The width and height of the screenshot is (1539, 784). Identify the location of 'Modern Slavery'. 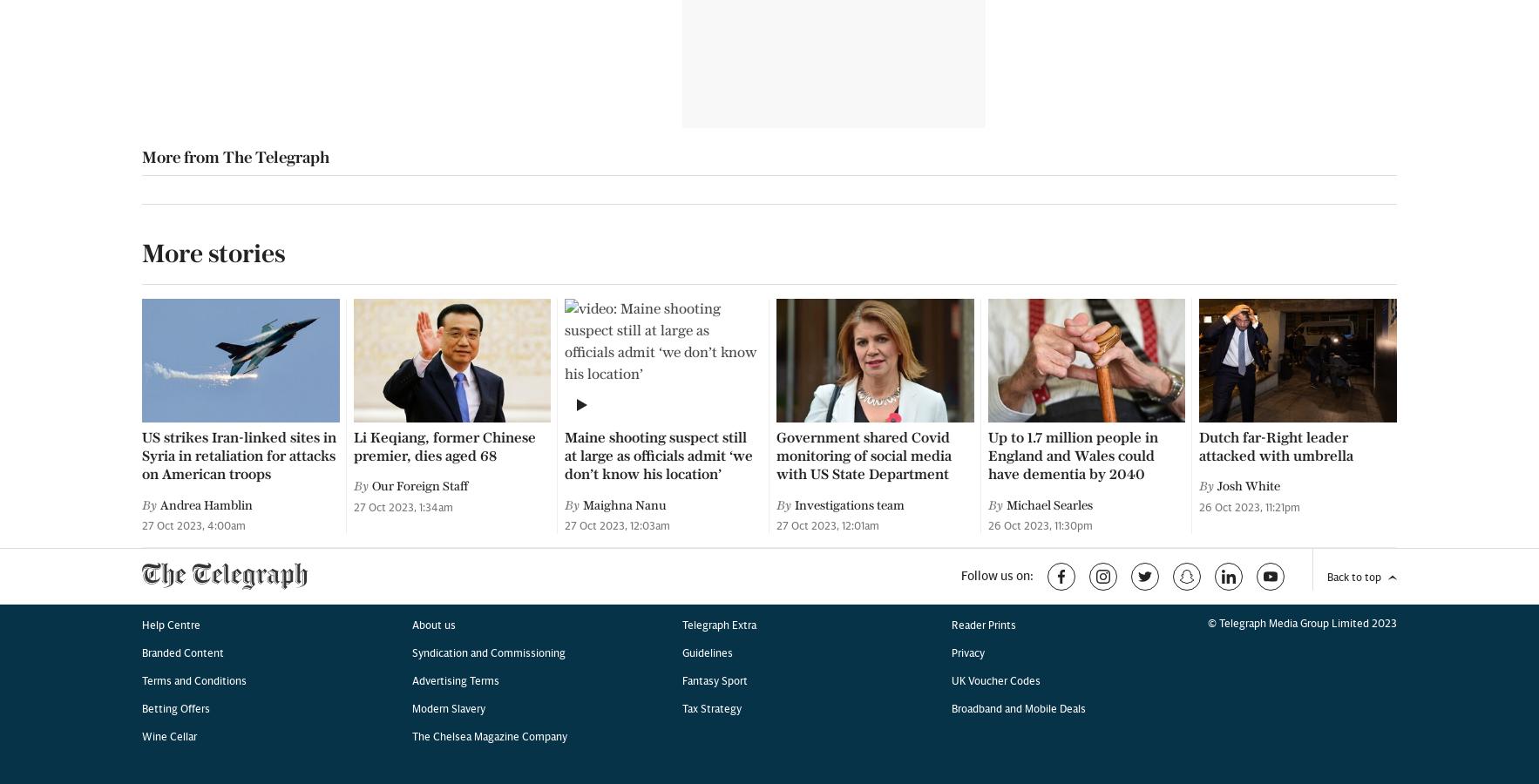
(448, 141).